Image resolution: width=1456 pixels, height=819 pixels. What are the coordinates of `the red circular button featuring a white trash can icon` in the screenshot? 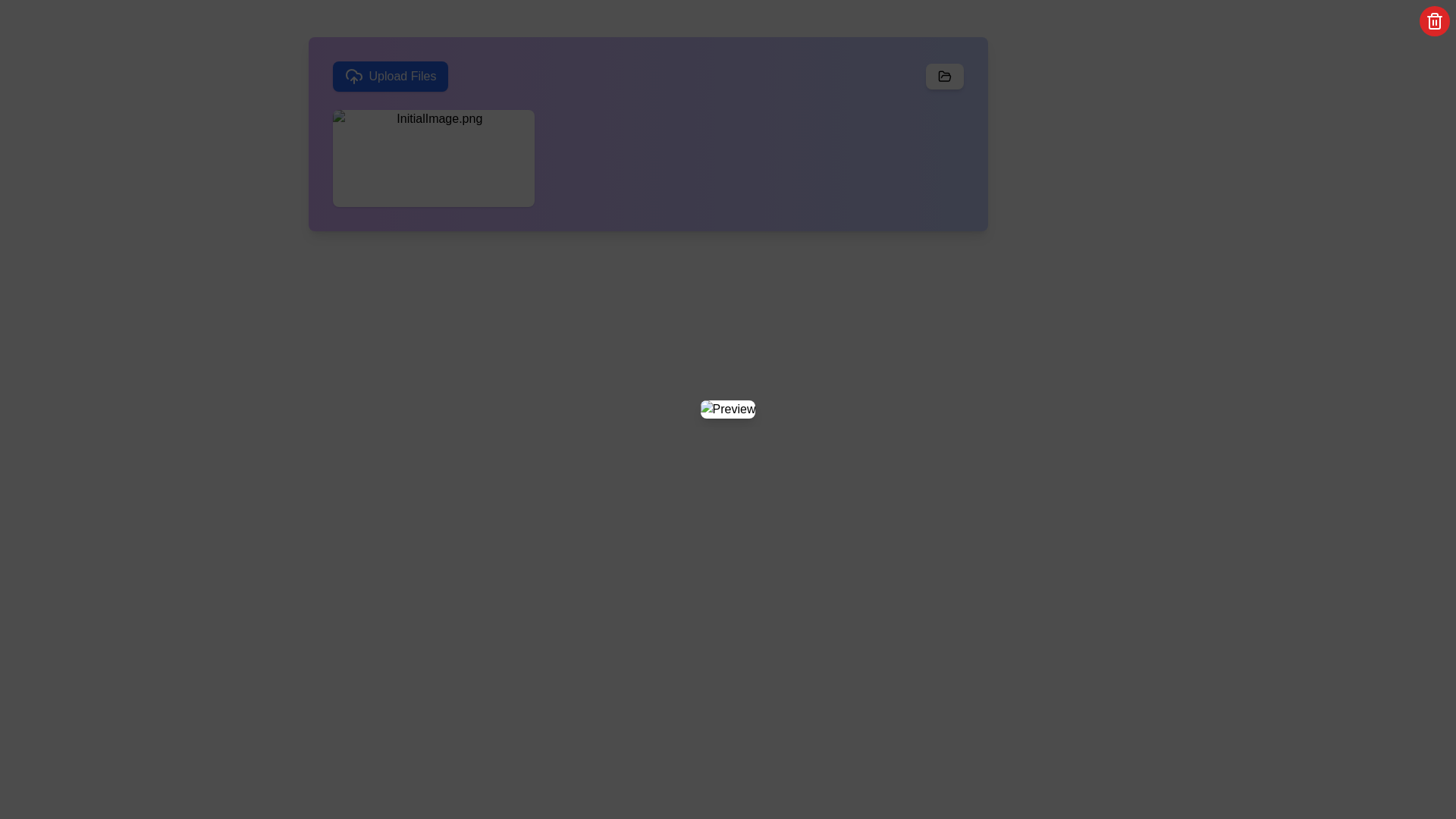 It's located at (1433, 20).